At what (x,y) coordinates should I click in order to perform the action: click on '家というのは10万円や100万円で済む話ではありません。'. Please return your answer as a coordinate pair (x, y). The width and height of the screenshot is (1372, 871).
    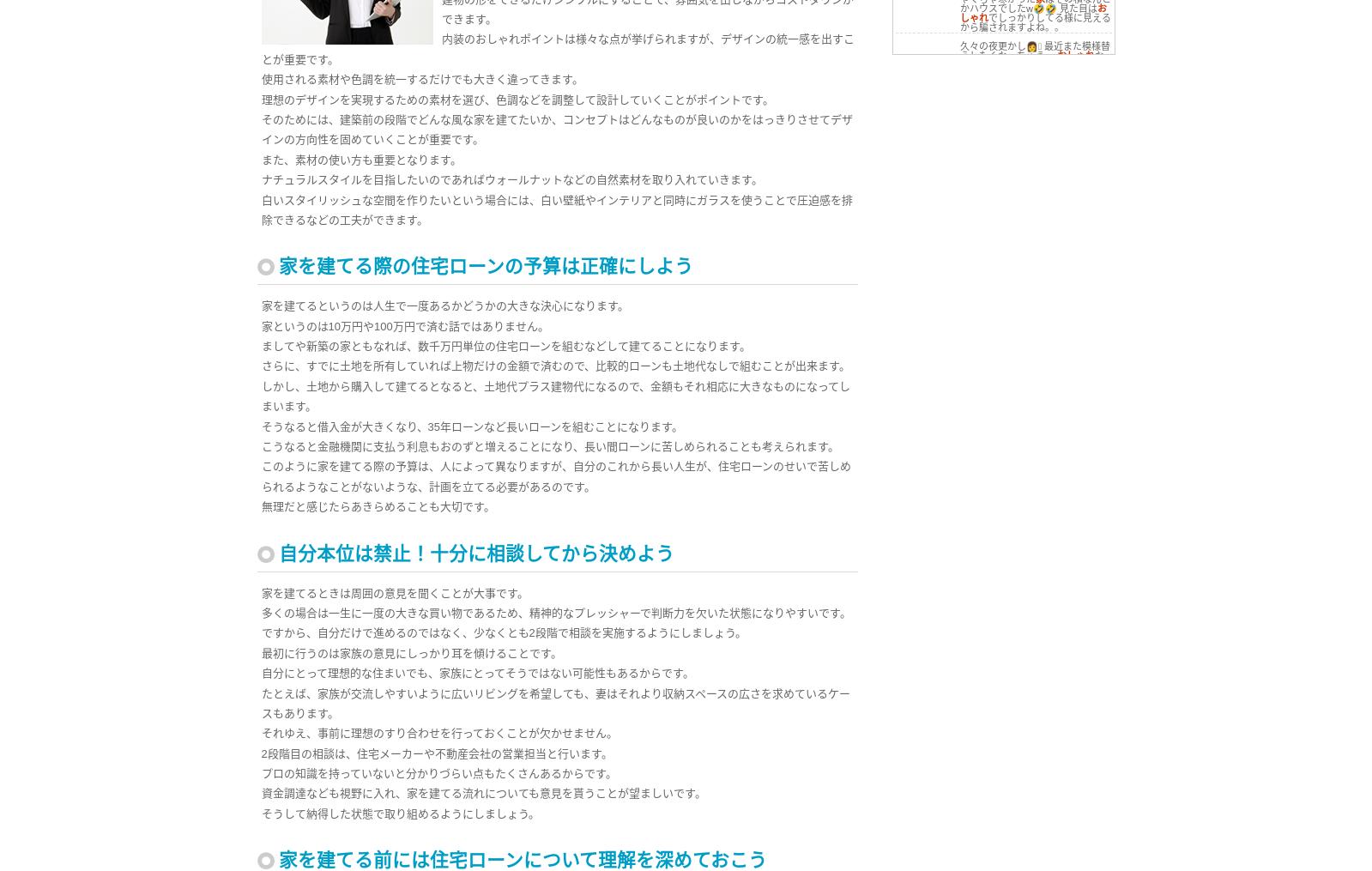
    Looking at the image, I should click on (404, 325).